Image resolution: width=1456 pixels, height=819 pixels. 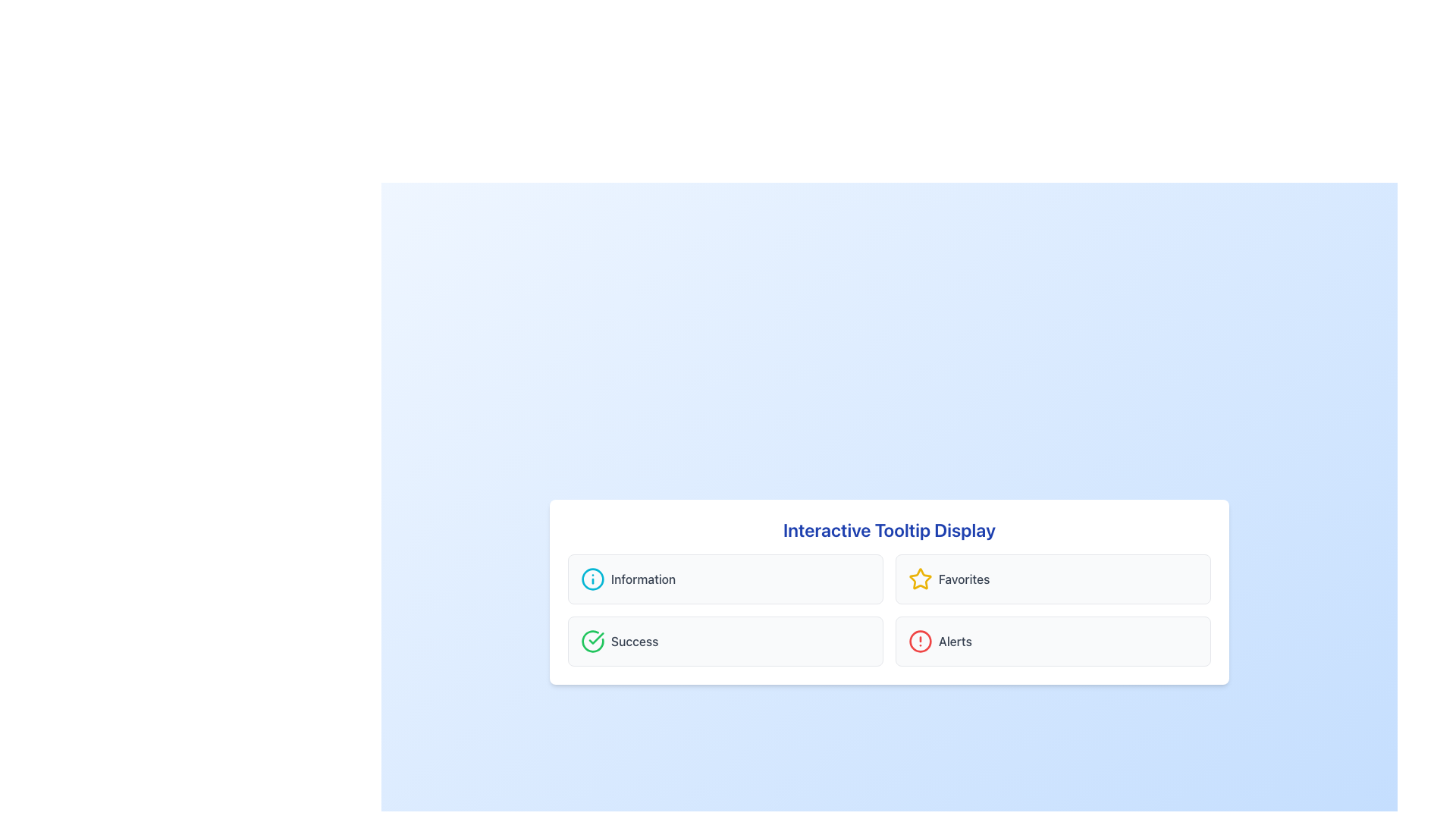 I want to click on the 'Information' text label located in the top-left cell of the grid, positioned to the right of the cyan-colored information icon, so click(x=643, y=579).